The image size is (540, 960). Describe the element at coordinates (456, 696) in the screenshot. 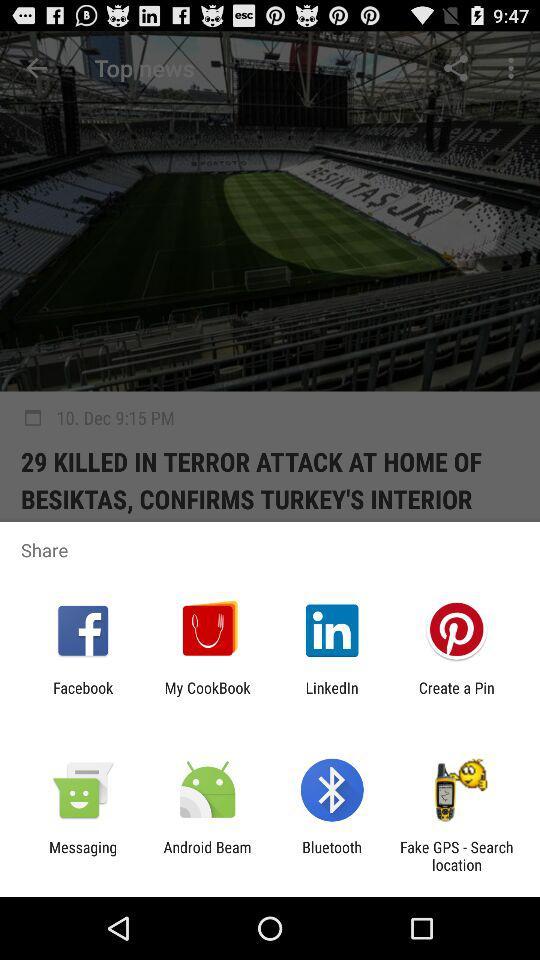

I see `the app to the right of linkedin icon` at that location.